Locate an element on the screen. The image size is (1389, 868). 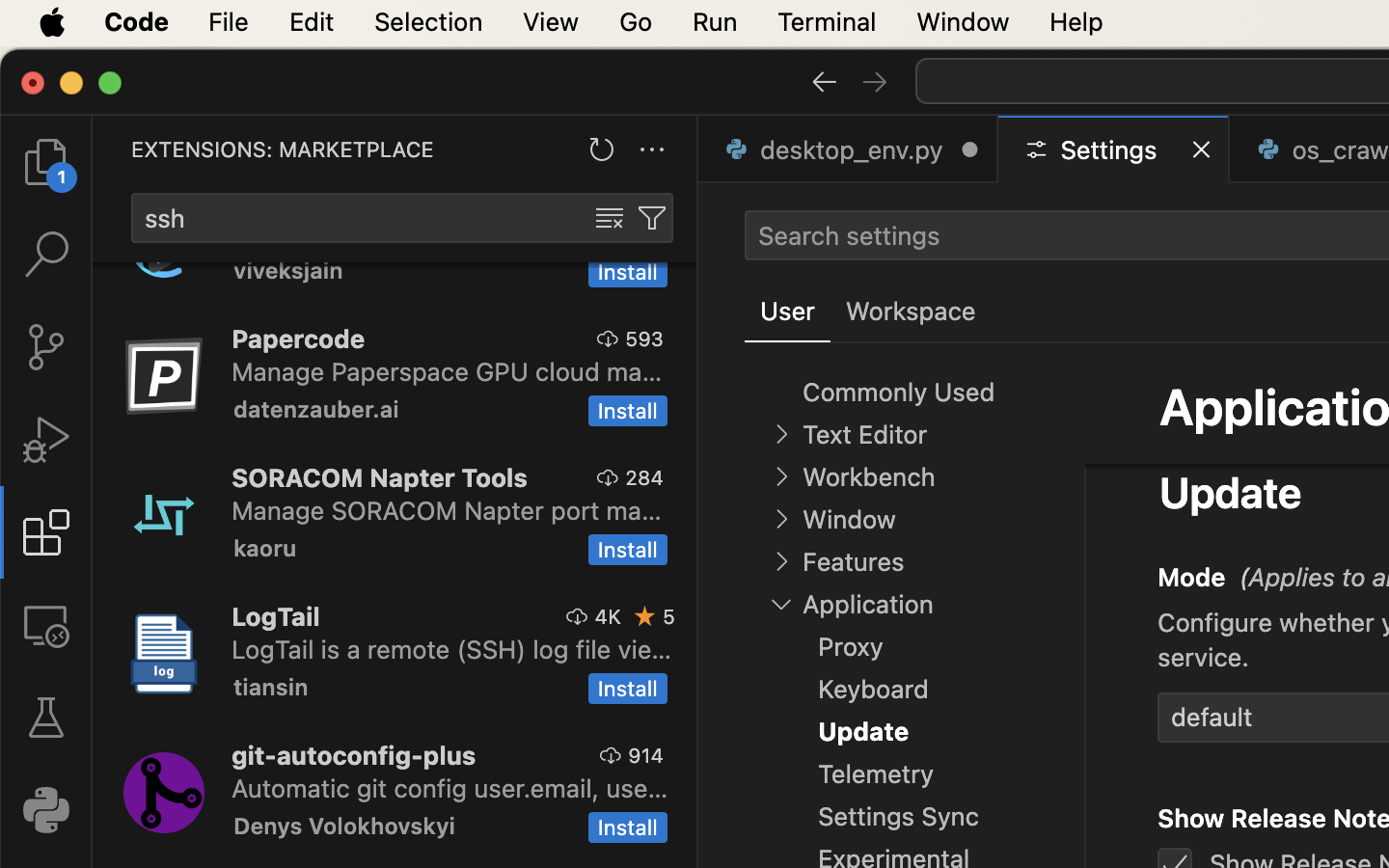
'Text Editor' is located at coordinates (863, 434).